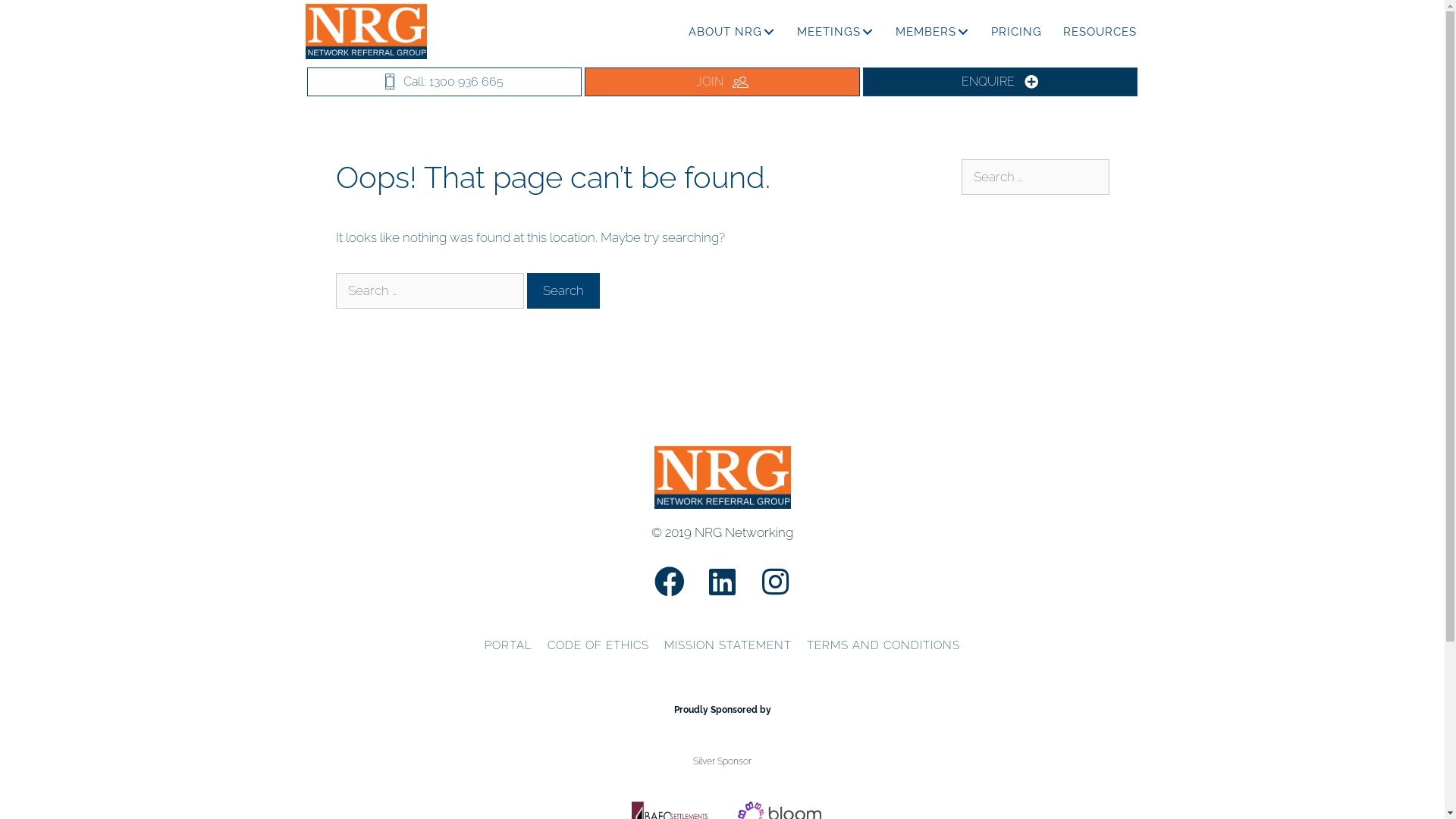 This screenshot has height=819, width=1456. Describe the element at coordinates (508, 646) in the screenshot. I see `'PORTAL'` at that location.